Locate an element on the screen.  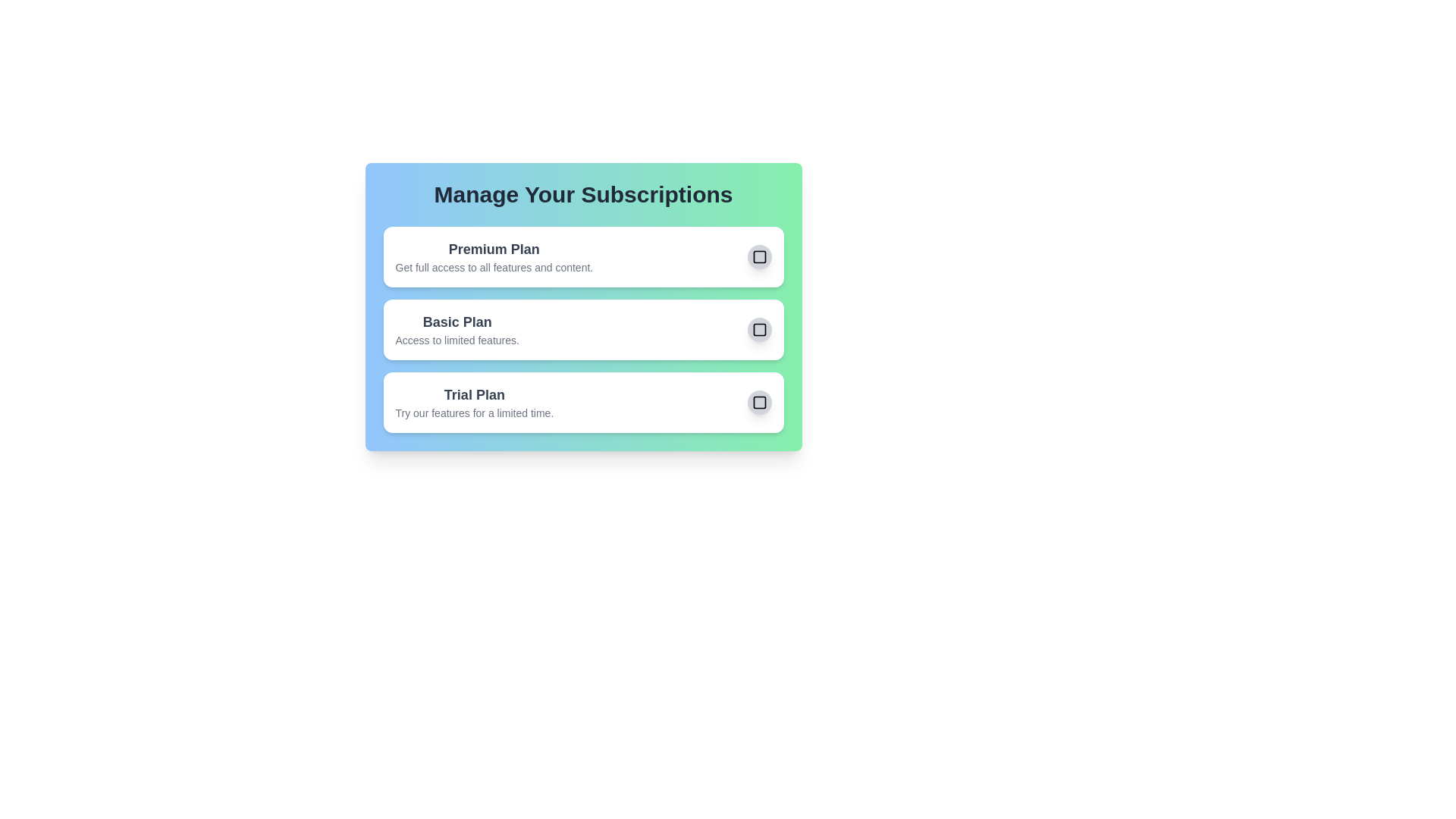
the descriptive text for the 'Premium Plan' located below the heading in the first section of the subscription options to possibly reveal a tooltip or additional information is located at coordinates (494, 267).